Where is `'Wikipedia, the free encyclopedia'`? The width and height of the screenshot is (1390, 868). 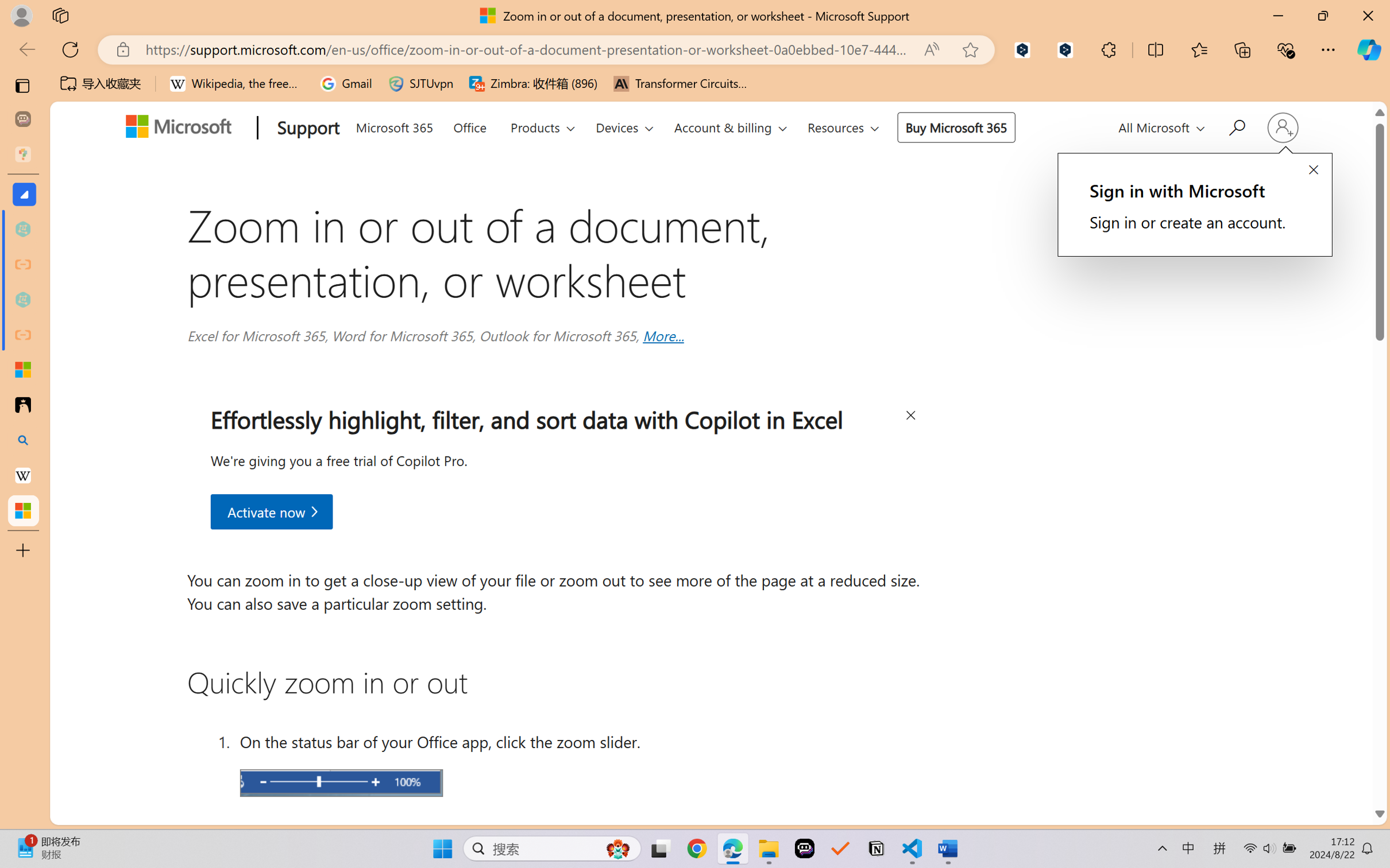
'Wikipedia, the free encyclopedia' is located at coordinates (236, 83).